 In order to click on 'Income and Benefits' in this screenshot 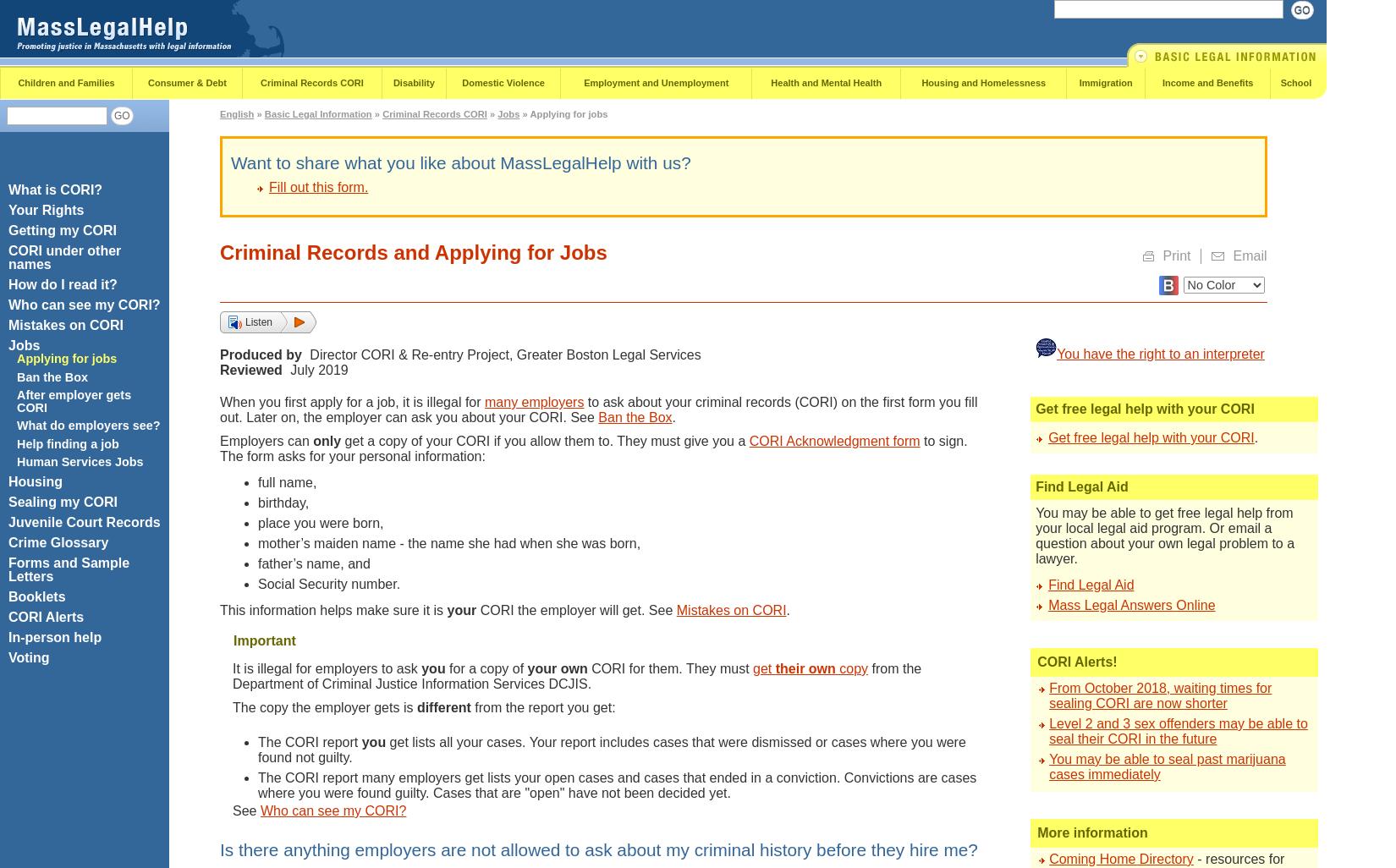, I will do `click(1206, 81)`.